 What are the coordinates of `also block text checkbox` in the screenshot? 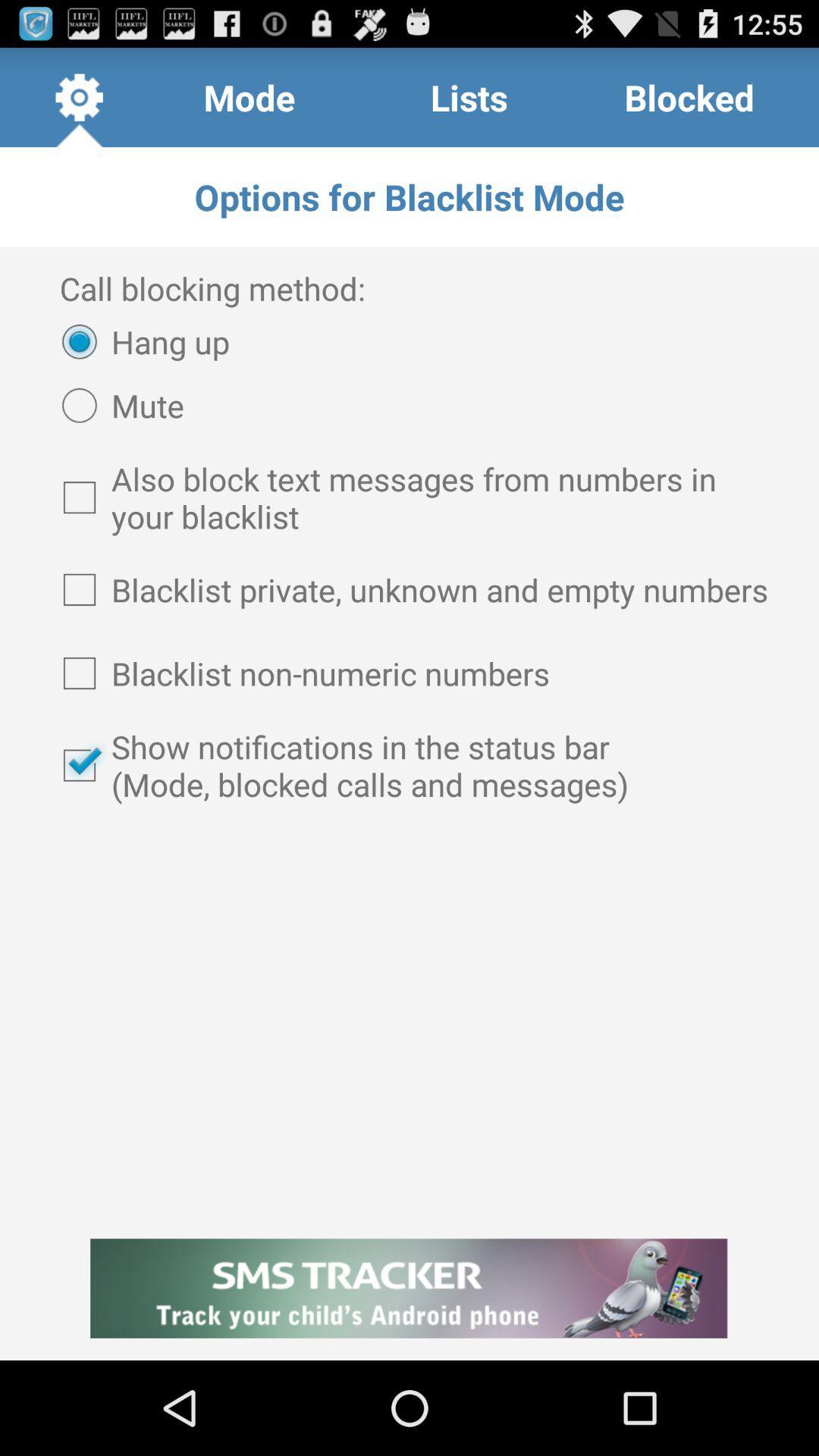 It's located at (409, 497).